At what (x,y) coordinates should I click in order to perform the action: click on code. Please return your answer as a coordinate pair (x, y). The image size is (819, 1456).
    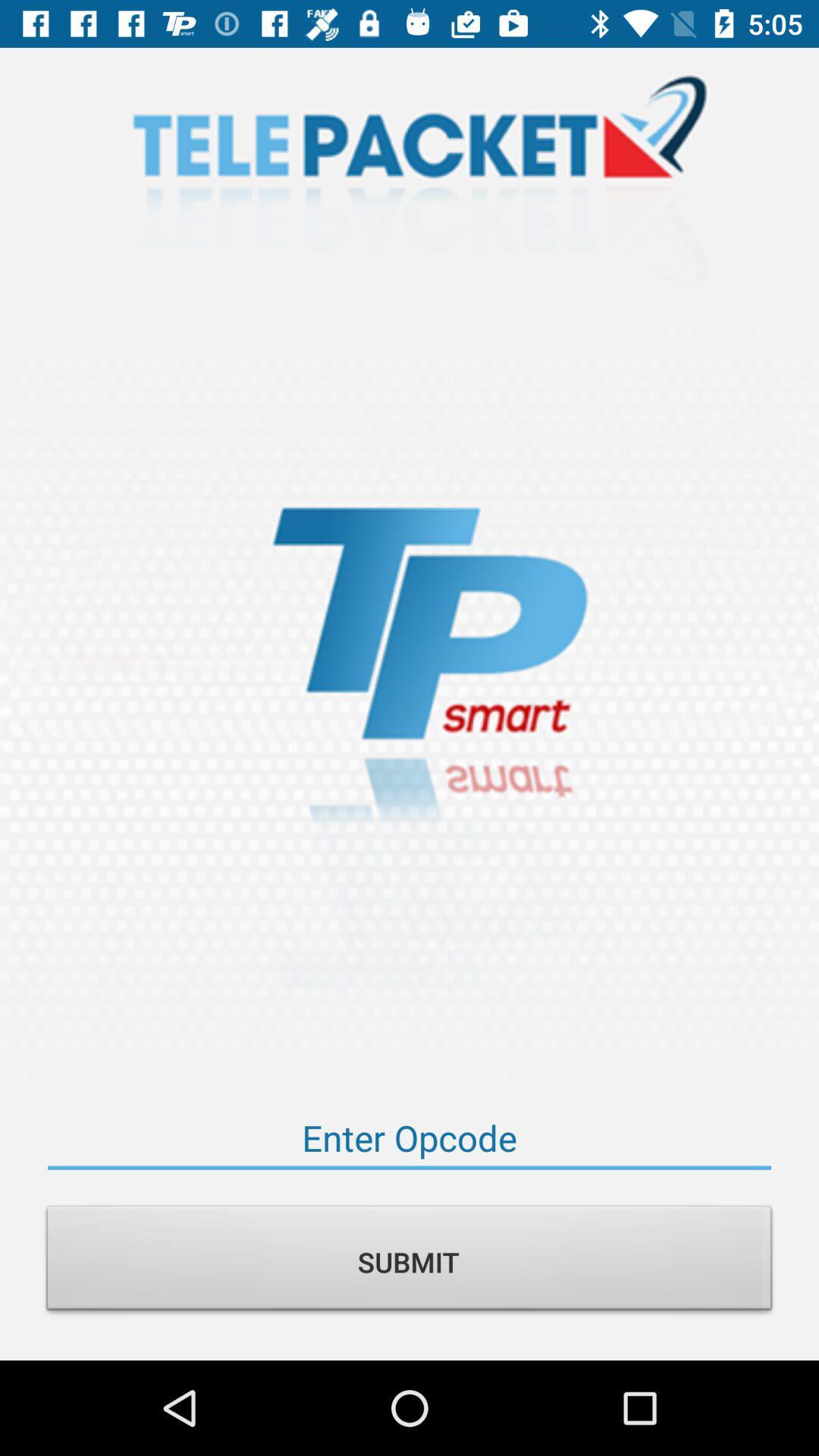
    Looking at the image, I should click on (409, 1138).